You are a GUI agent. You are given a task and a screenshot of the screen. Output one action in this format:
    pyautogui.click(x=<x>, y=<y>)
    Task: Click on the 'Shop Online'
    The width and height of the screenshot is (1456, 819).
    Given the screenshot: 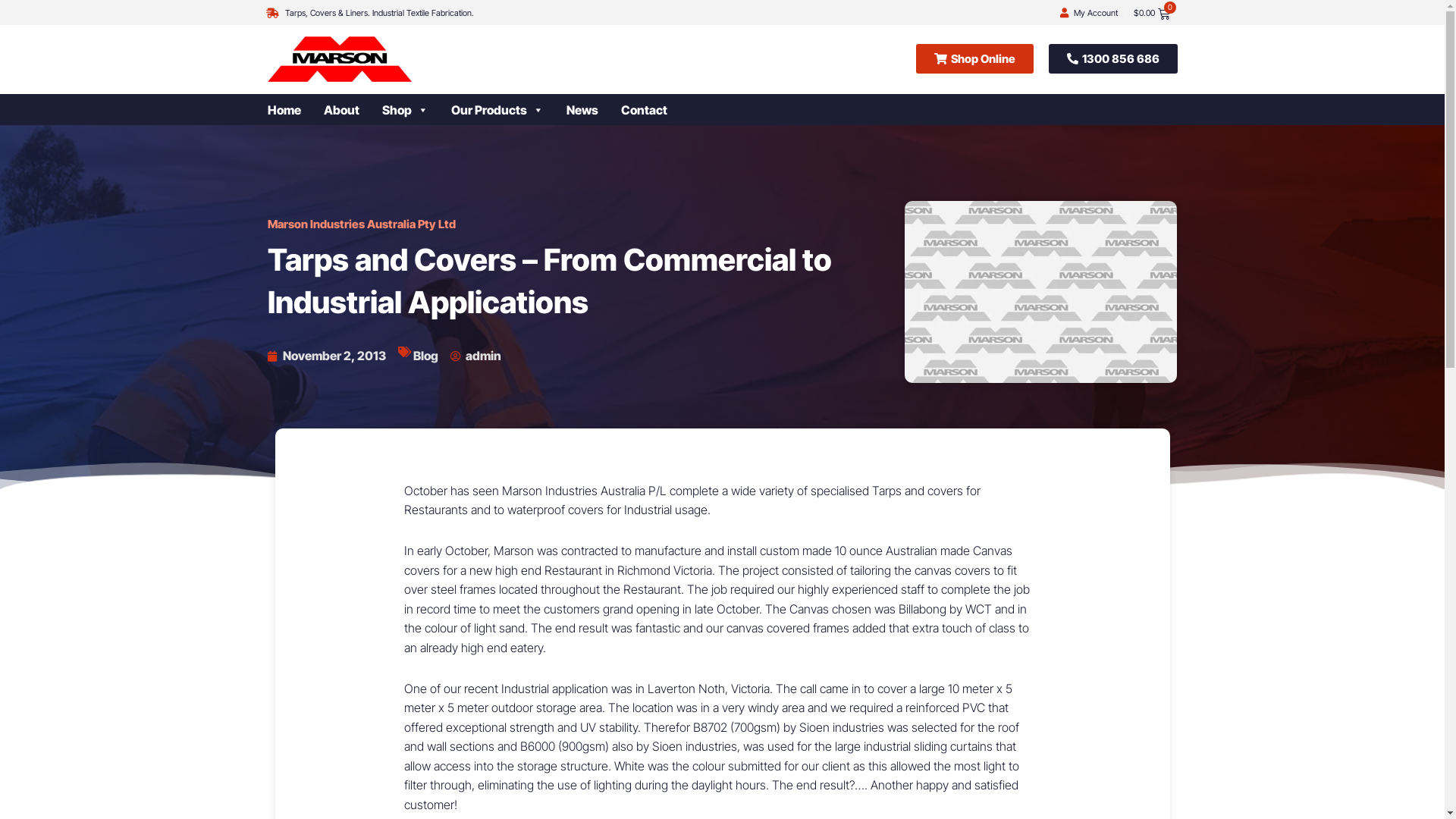 What is the action you would take?
    pyautogui.click(x=974, y=58)
    